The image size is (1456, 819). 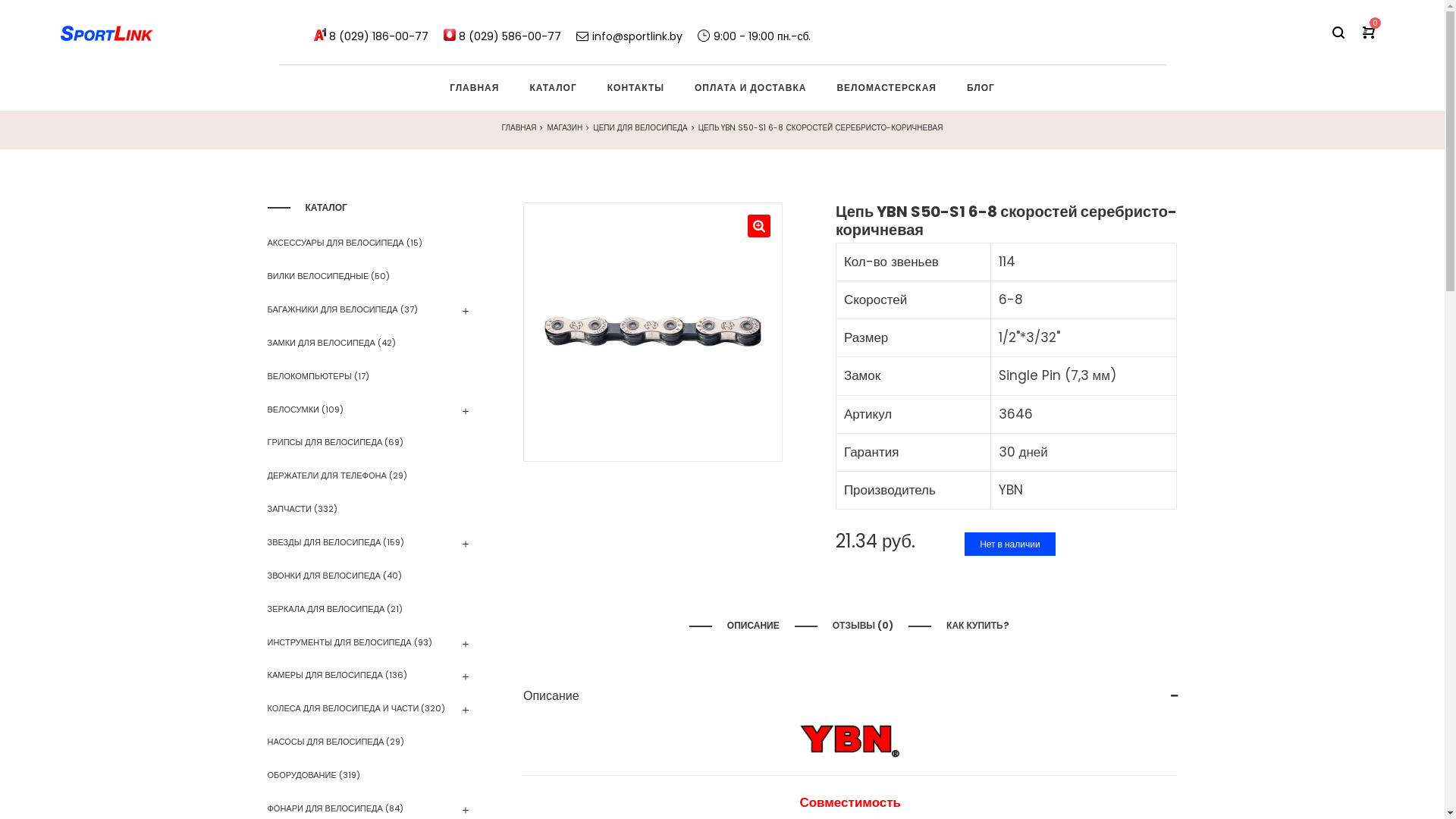 I want to click on '0', so click(x=1368, y=32).